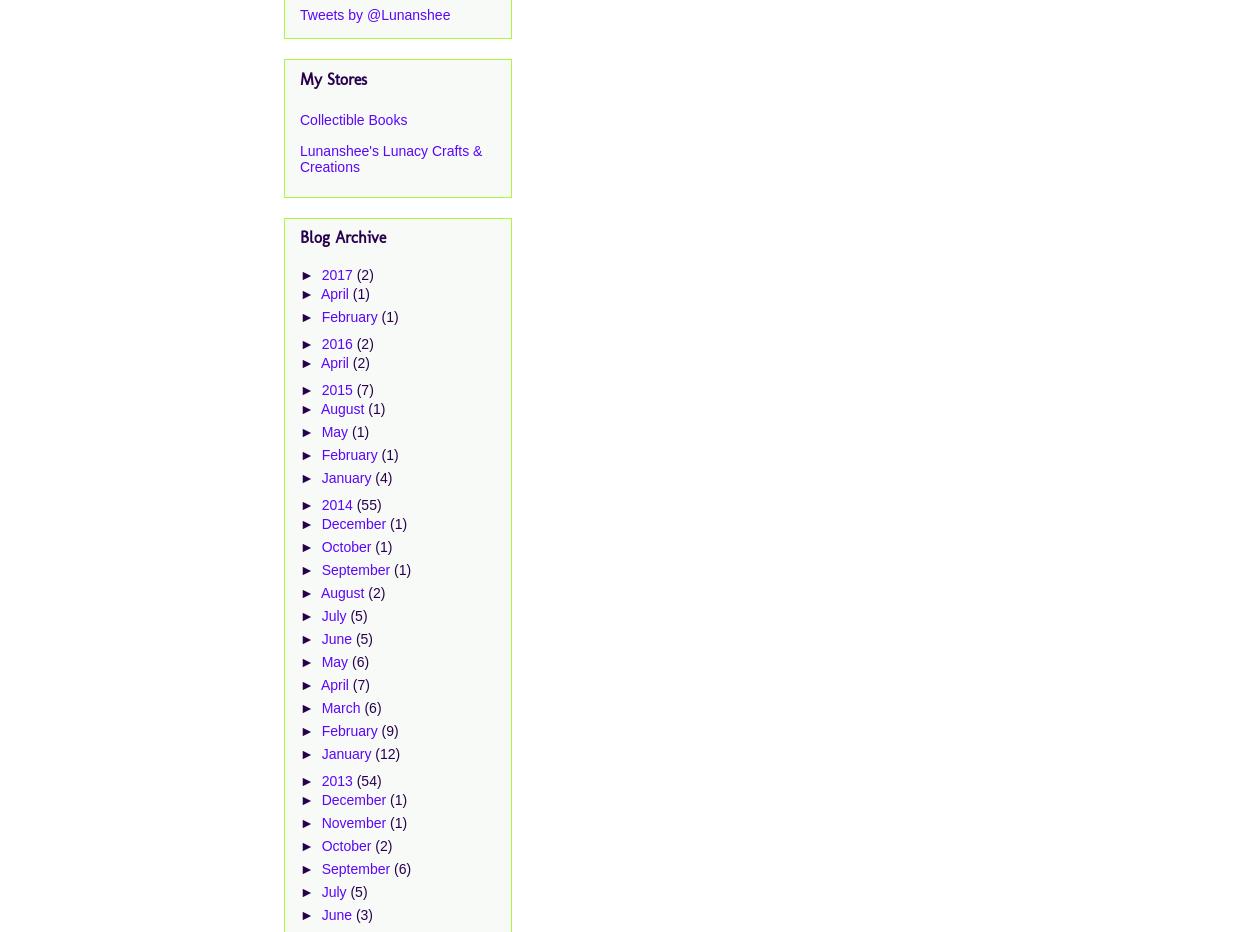 This screenshot has width=1258, height=932. Describe the element at coordinates (300, 14) in the screenshot. I see `'Tweets by @Lunanshee'` at that location.